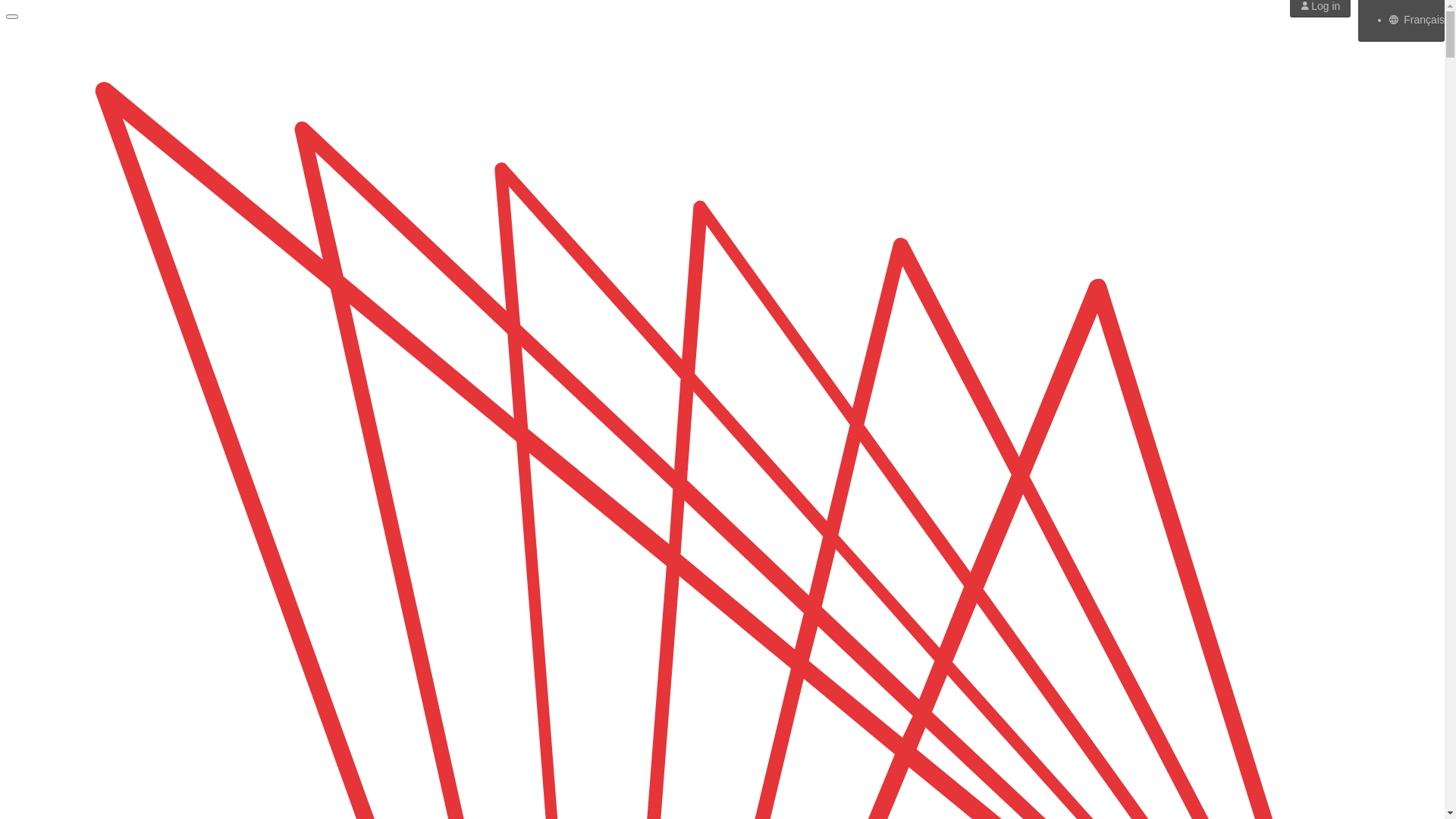  What do you see at coordinates (1319, 5) in the screenshot?
I see `'Log in'` at bounding box center [1319, 5].